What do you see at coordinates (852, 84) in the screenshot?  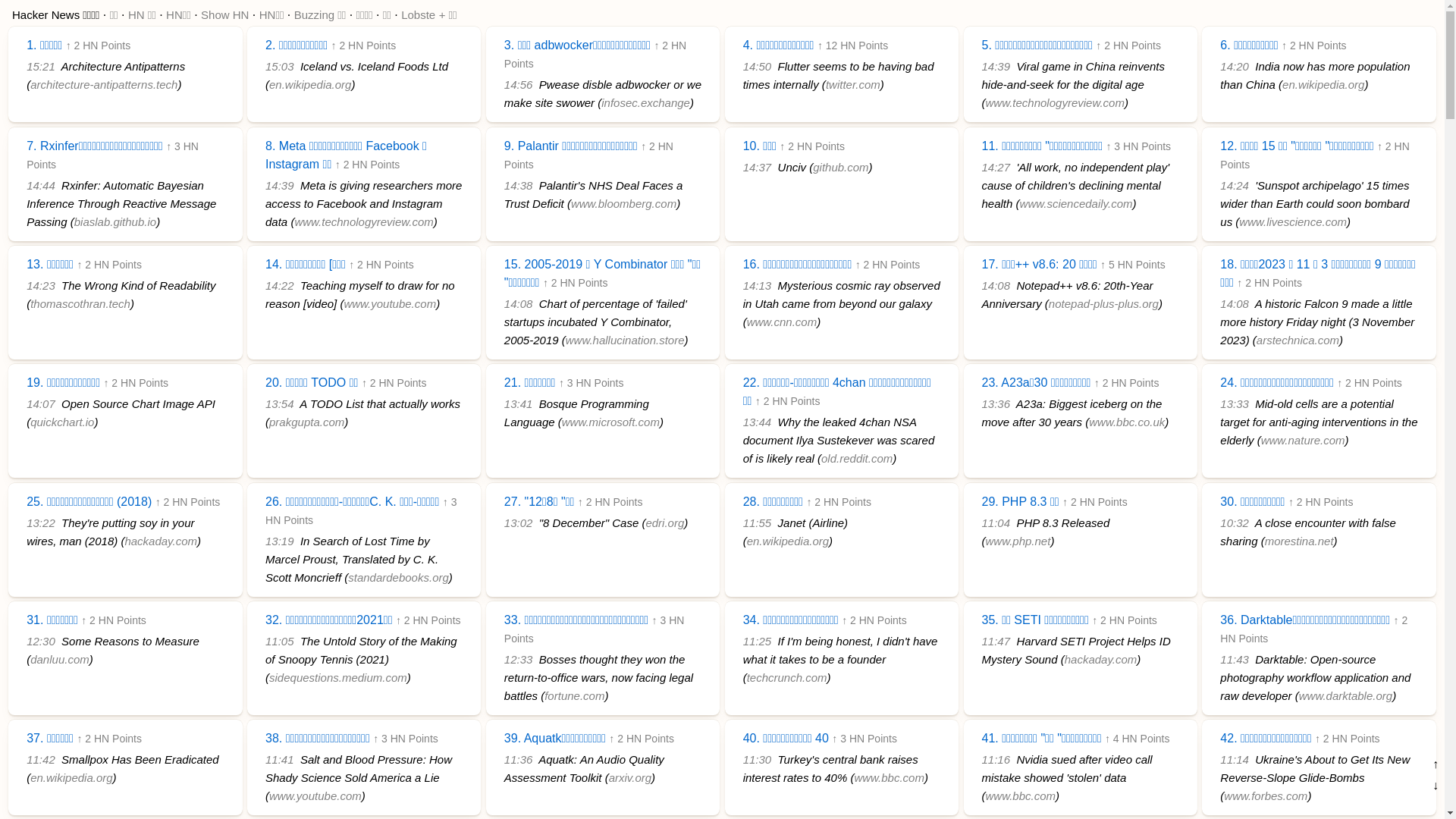 I see `'twitter.com'` at bounding box center [852, 84].